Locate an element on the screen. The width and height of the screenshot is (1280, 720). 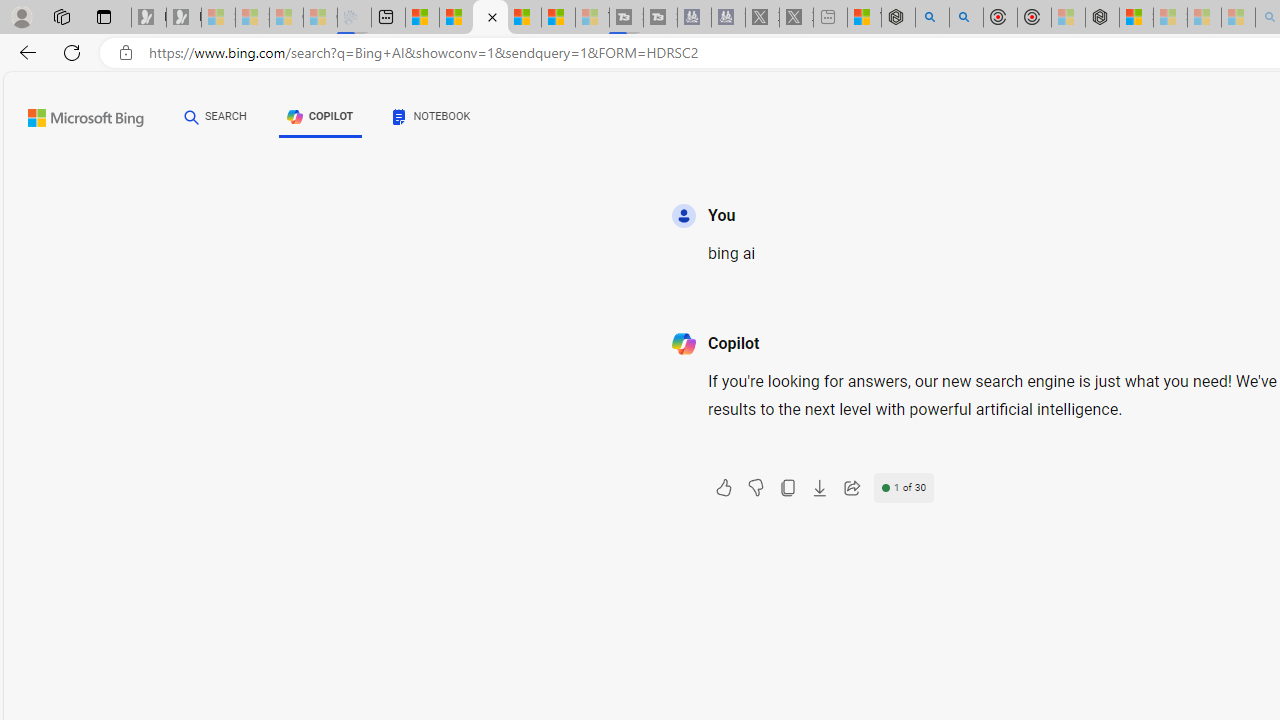
'Like' is located at coordinates (722, 488).